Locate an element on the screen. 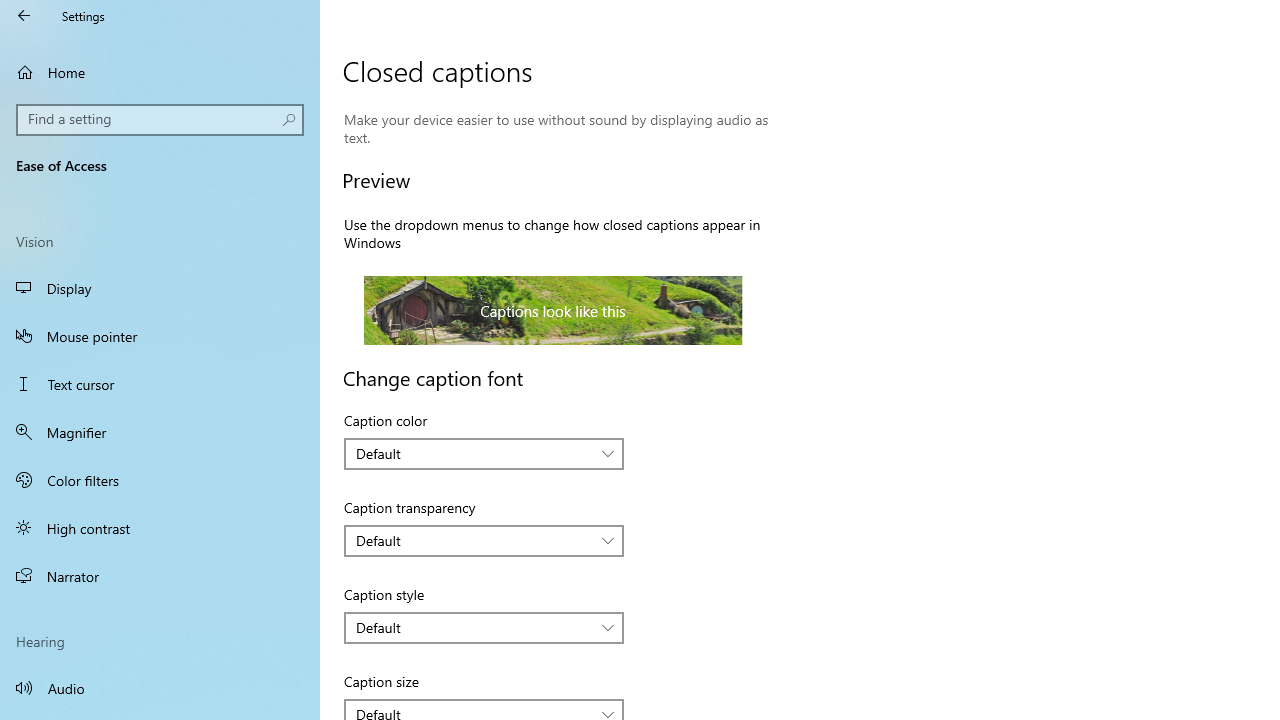 This screenshot has width=1280, height=720. 'Magnifier' is located at coordinates (160, 431).